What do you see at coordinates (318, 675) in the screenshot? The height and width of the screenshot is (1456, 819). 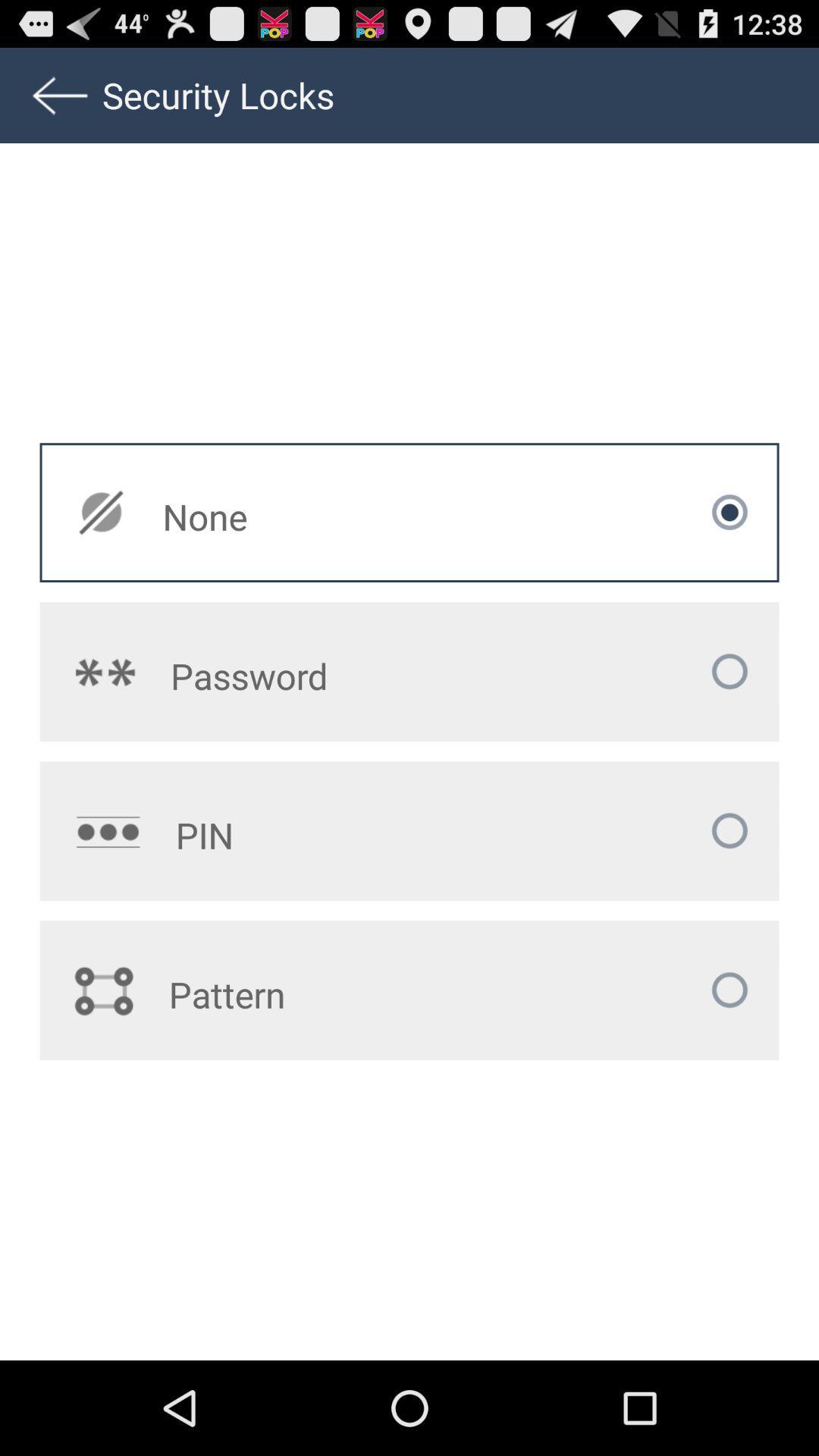 I see `the password app` at bounding box center [318, 675].